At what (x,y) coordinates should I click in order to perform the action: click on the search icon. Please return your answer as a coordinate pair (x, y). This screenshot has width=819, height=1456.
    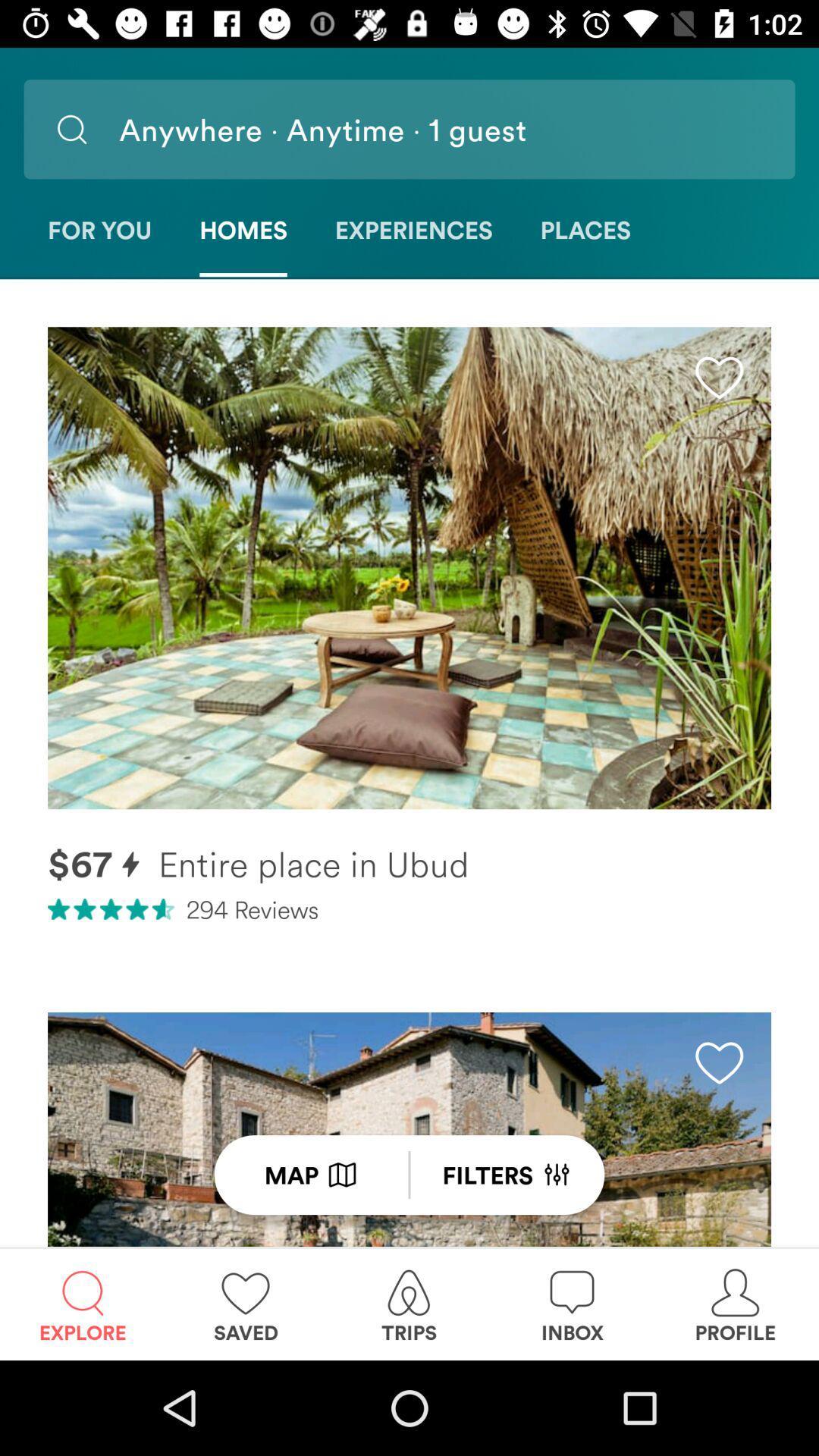
    Looking at the image, I should click on (71, 129).